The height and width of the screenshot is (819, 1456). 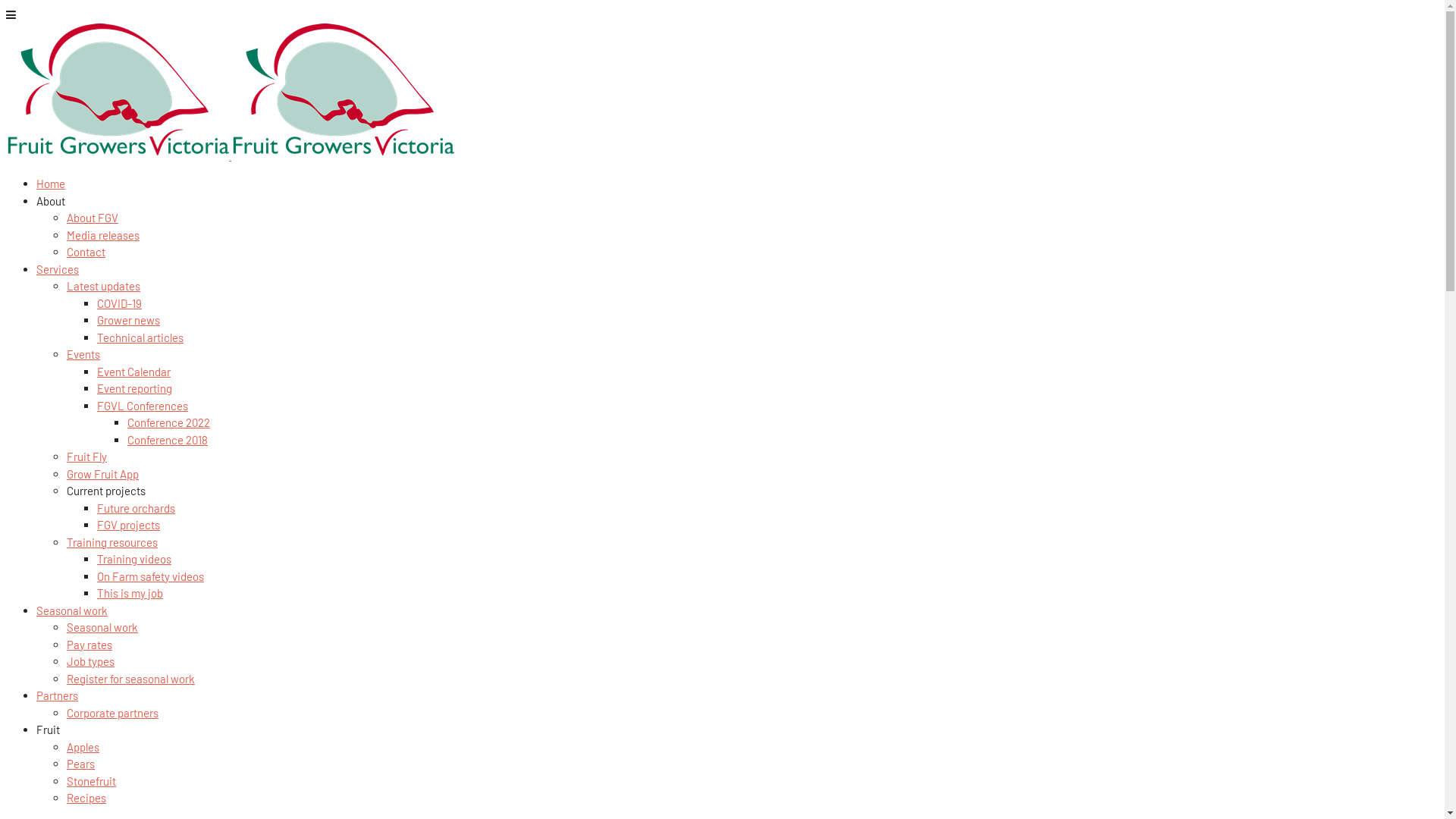 What do you see at coordinates (128, 523) in the screenshot?
I see `'FGV projects'` at bounding box center [128, 523].